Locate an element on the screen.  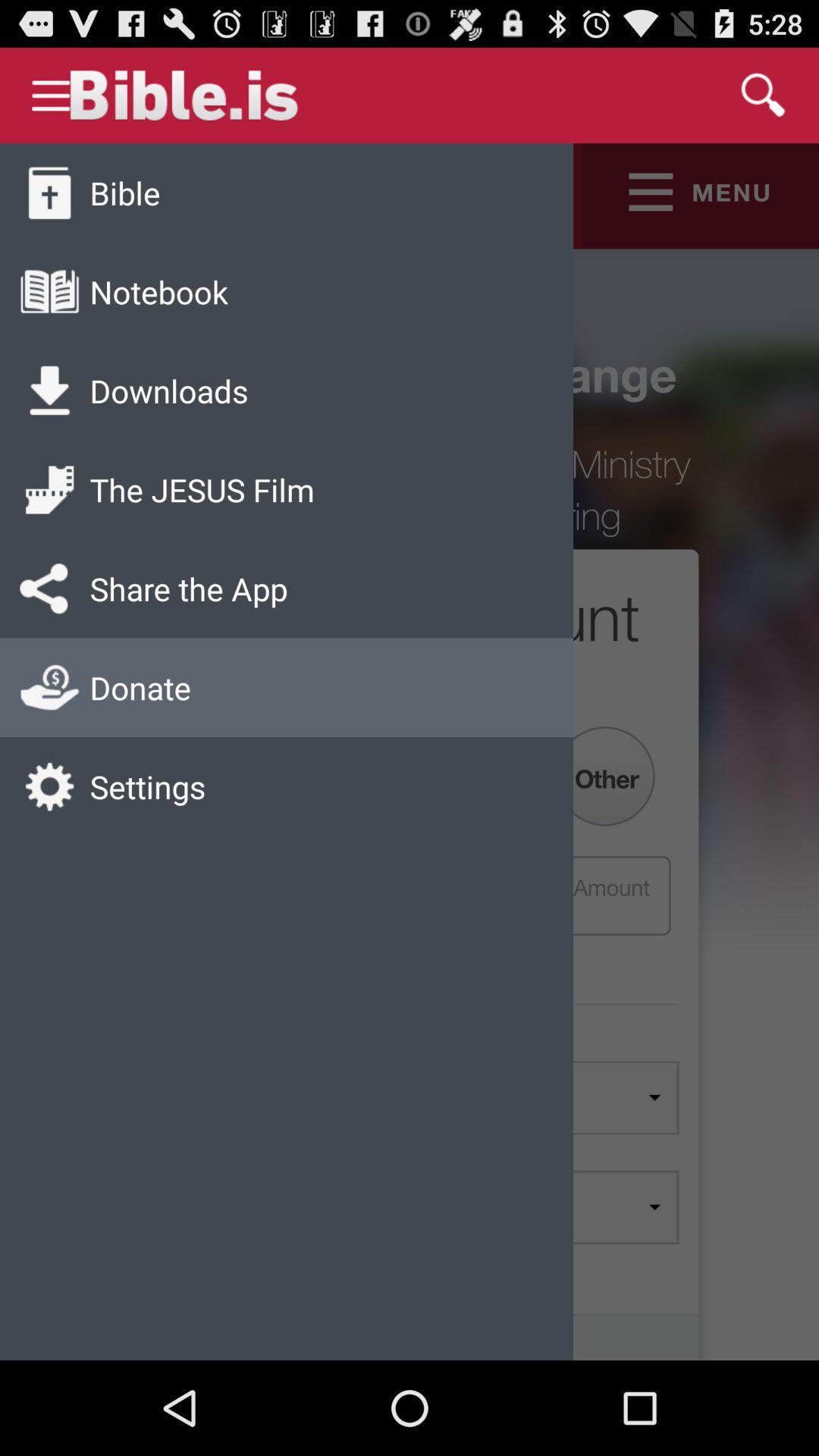
the bible icon is located at coordinates (124, 192).